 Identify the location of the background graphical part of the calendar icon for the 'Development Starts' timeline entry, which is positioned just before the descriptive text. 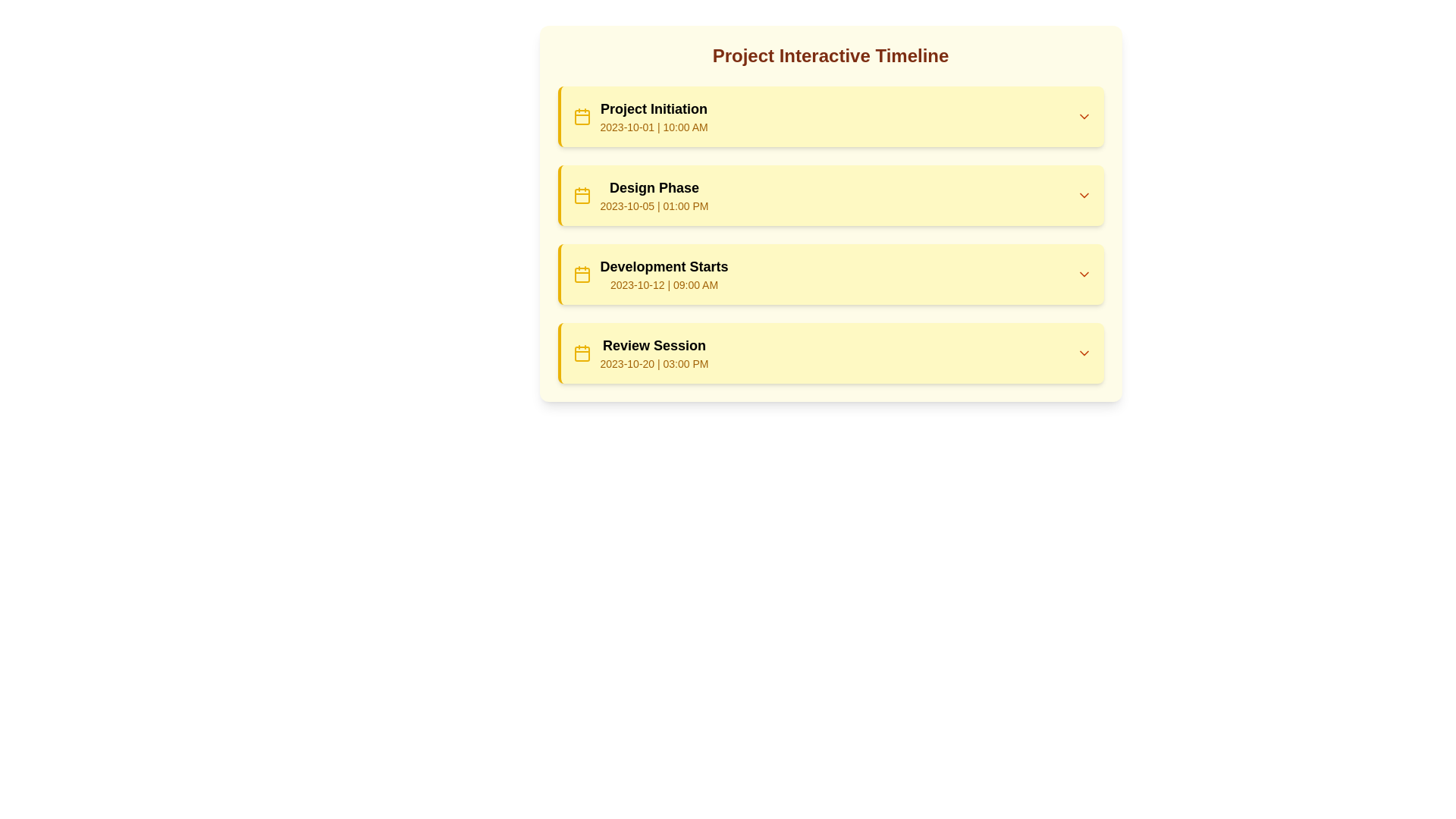
(581, 275).